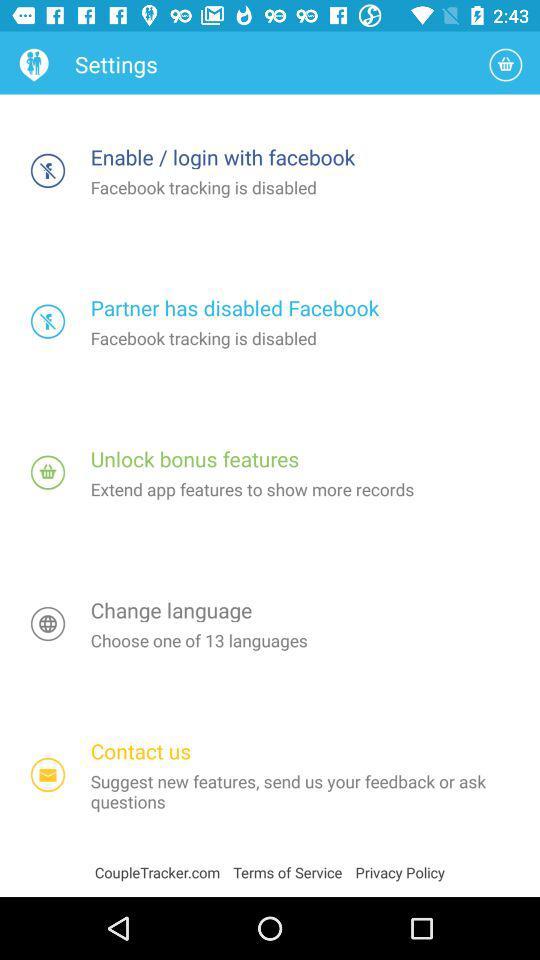  Describe the element at coordinates (48, 623) in the screenshot. I see `change language` at that location.